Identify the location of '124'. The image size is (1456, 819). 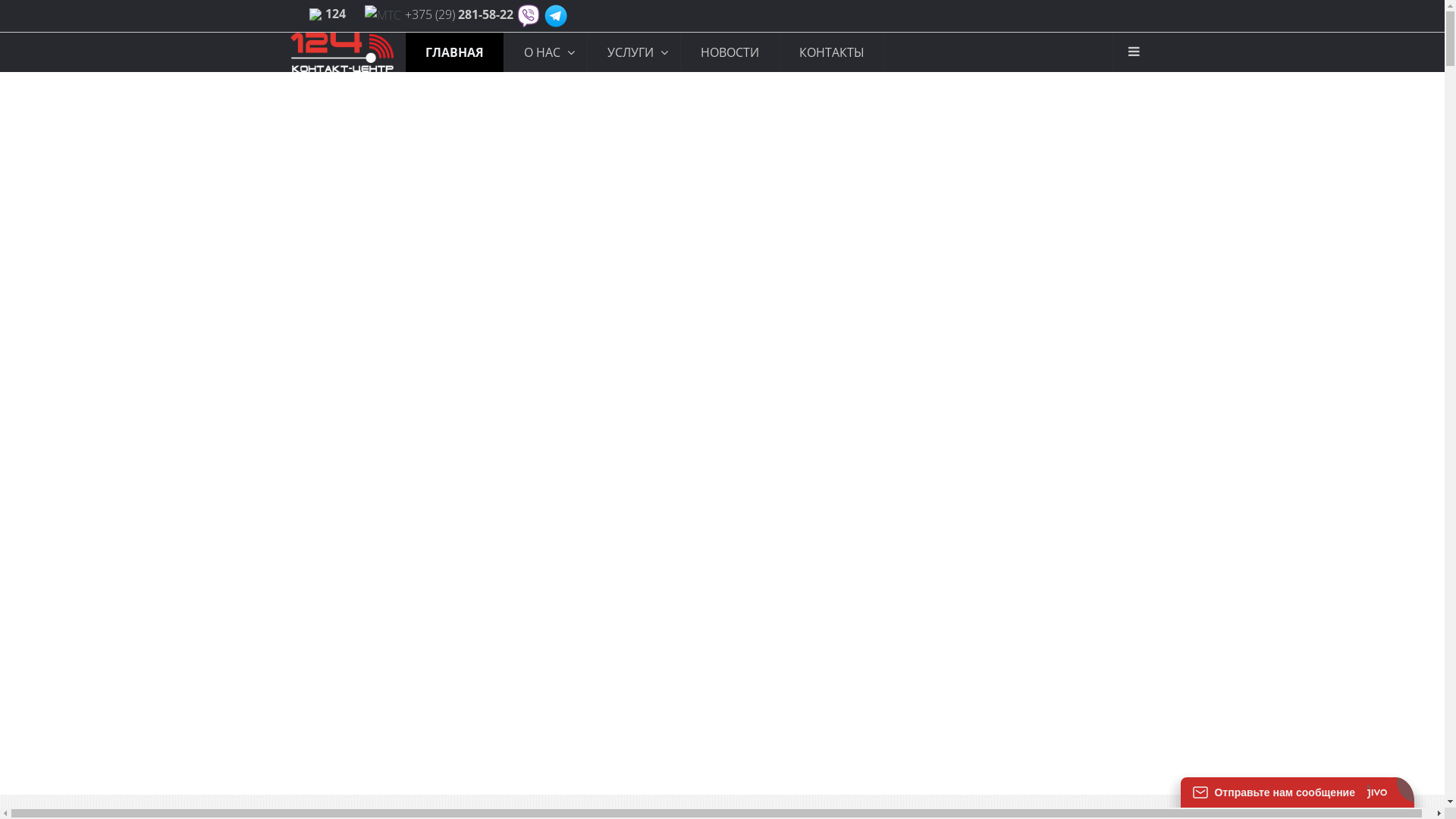
(334, 14).